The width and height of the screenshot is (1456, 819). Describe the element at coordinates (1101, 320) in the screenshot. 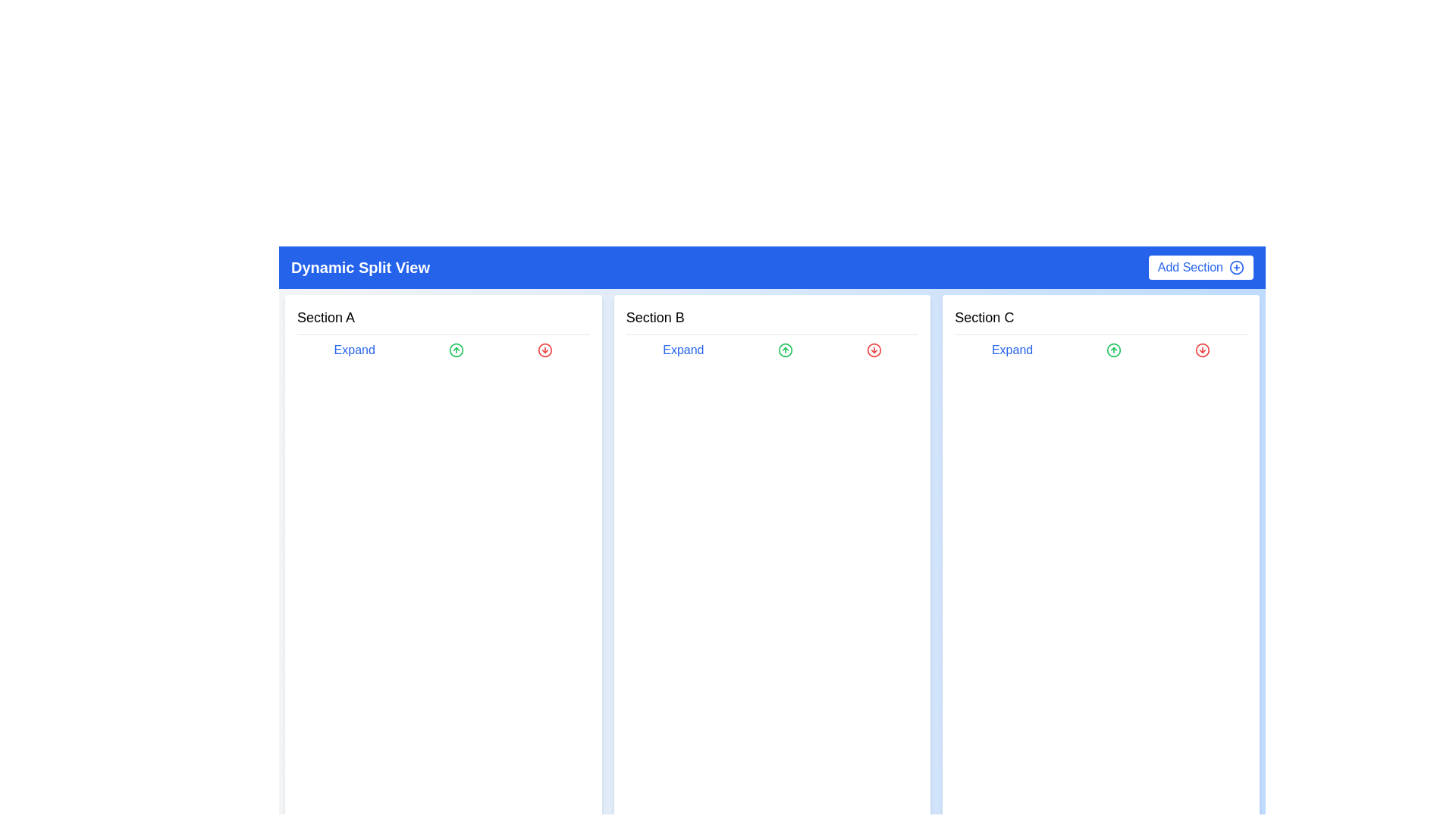

I see `the Text Label that serves as the section header for 'Section C', located in the rightmost column of the interface` at that location.